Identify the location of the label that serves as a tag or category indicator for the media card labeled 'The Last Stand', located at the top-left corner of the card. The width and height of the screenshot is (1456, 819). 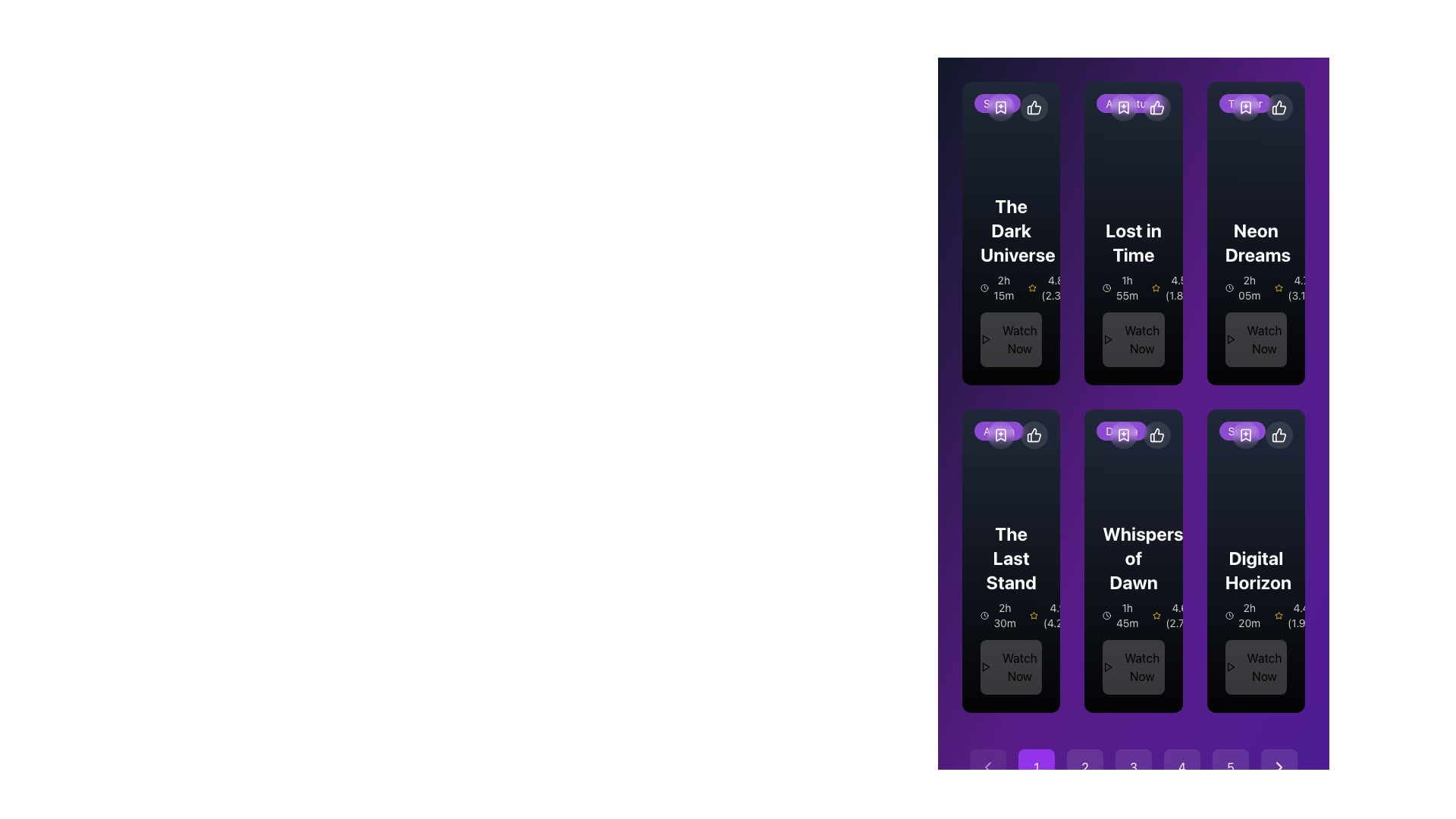
(999, 430).